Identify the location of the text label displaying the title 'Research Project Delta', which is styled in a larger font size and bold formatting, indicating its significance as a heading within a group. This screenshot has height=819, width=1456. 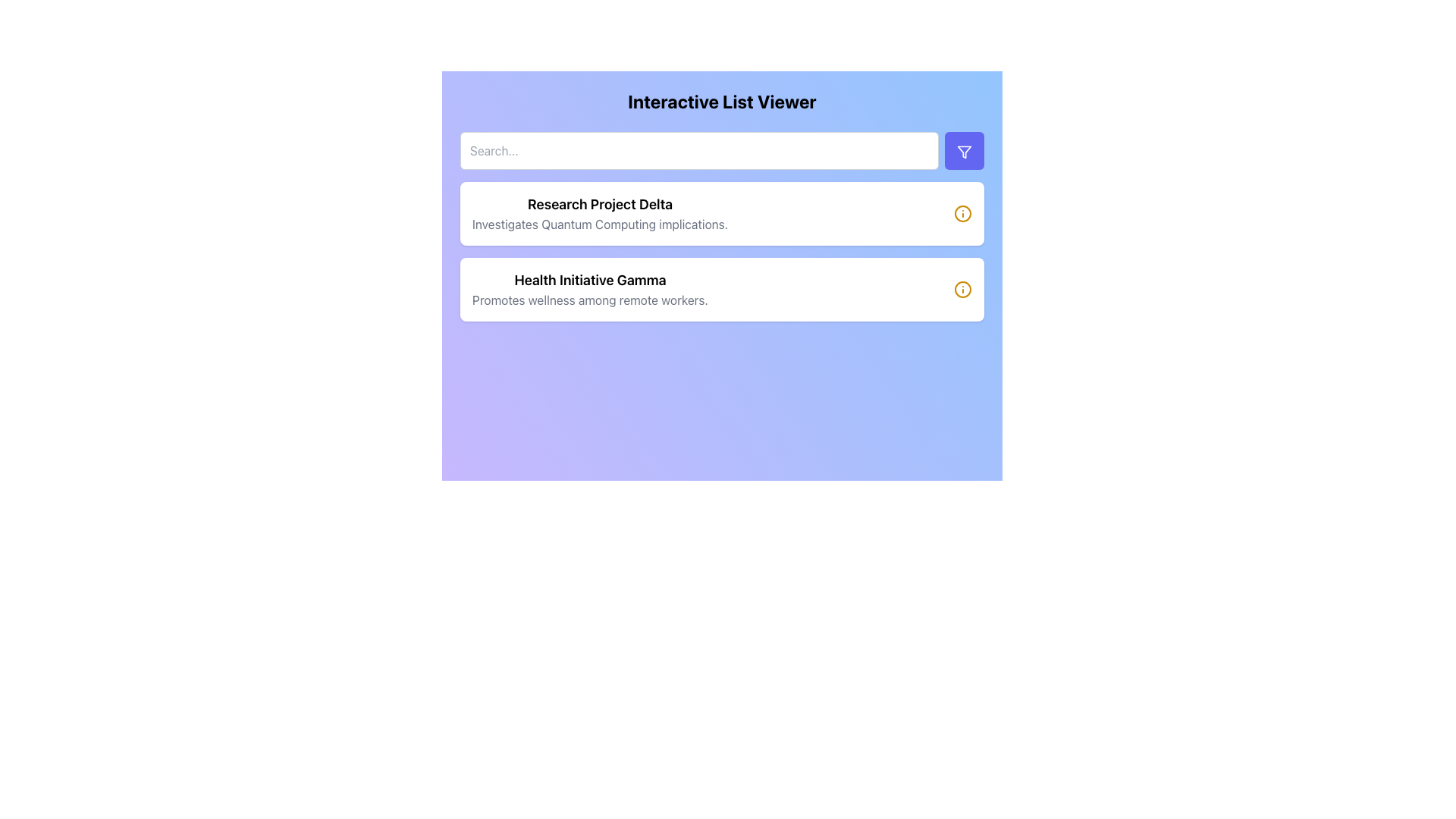
(599, 205).